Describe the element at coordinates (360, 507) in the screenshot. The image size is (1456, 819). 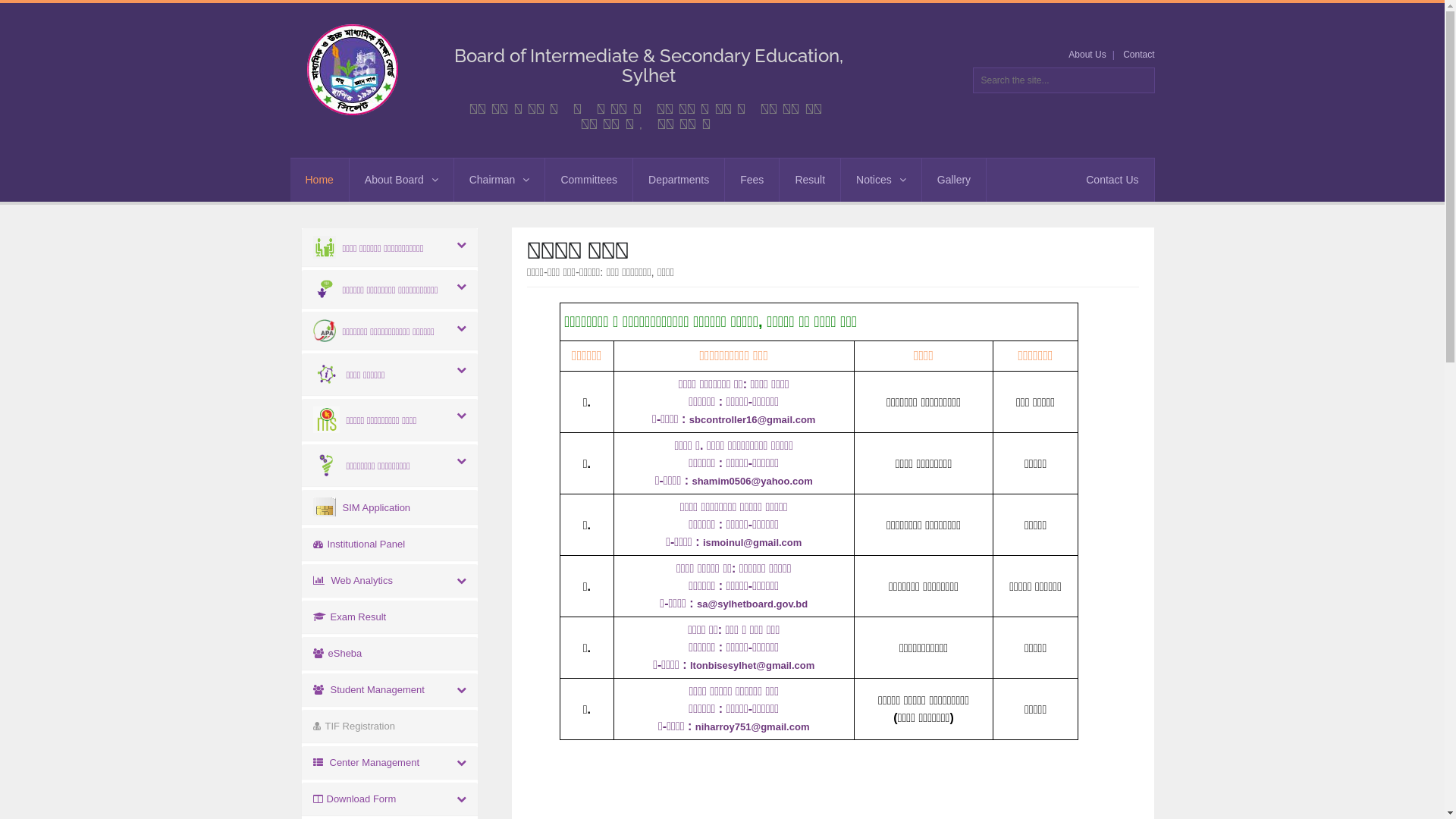
I see `'   SIM Application'` at that location.